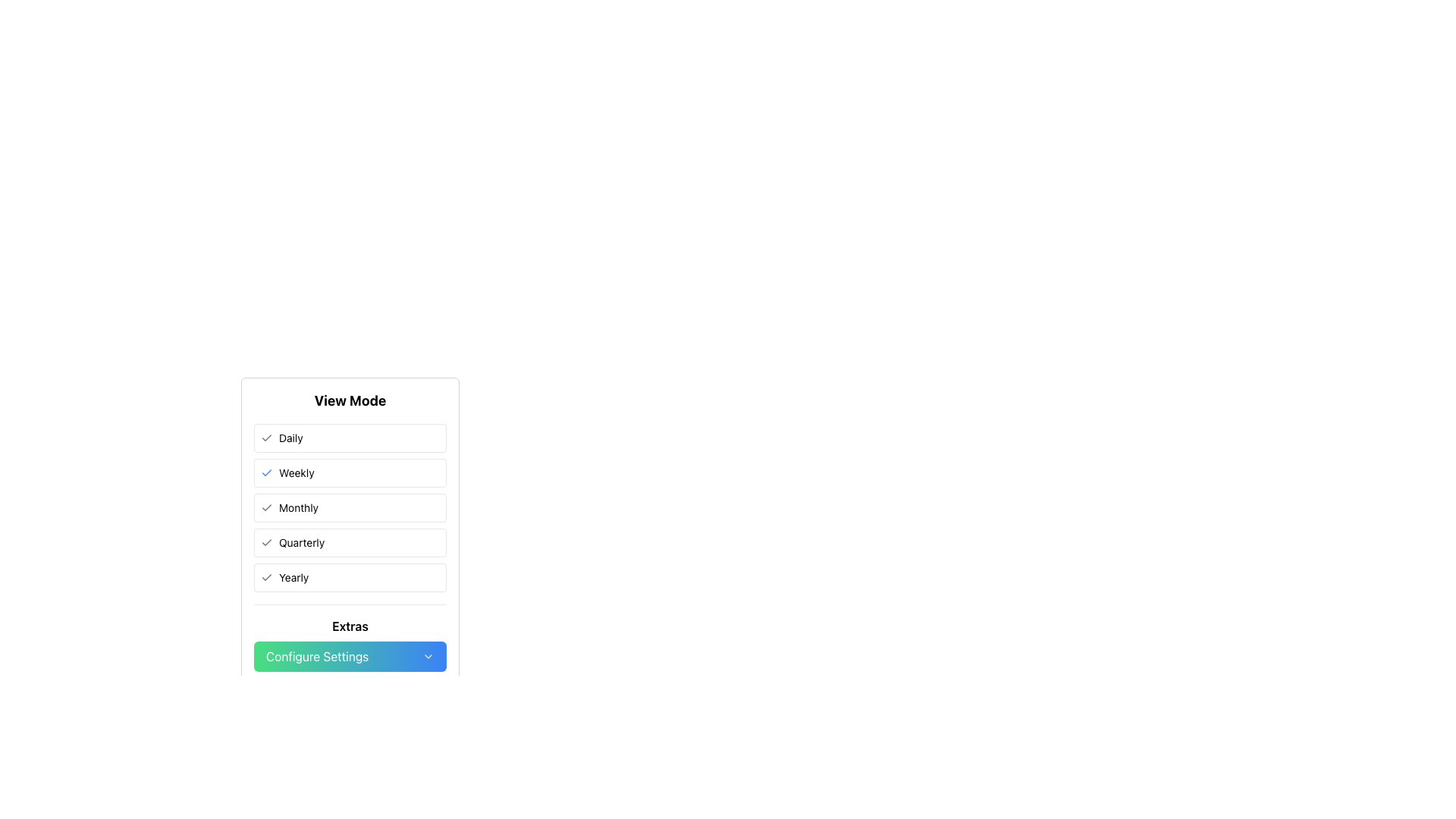 This screenshot has height=819, width=1456. I want to click on the 'Quarterly' button in the 'View Mode' list, so click(349, 529).